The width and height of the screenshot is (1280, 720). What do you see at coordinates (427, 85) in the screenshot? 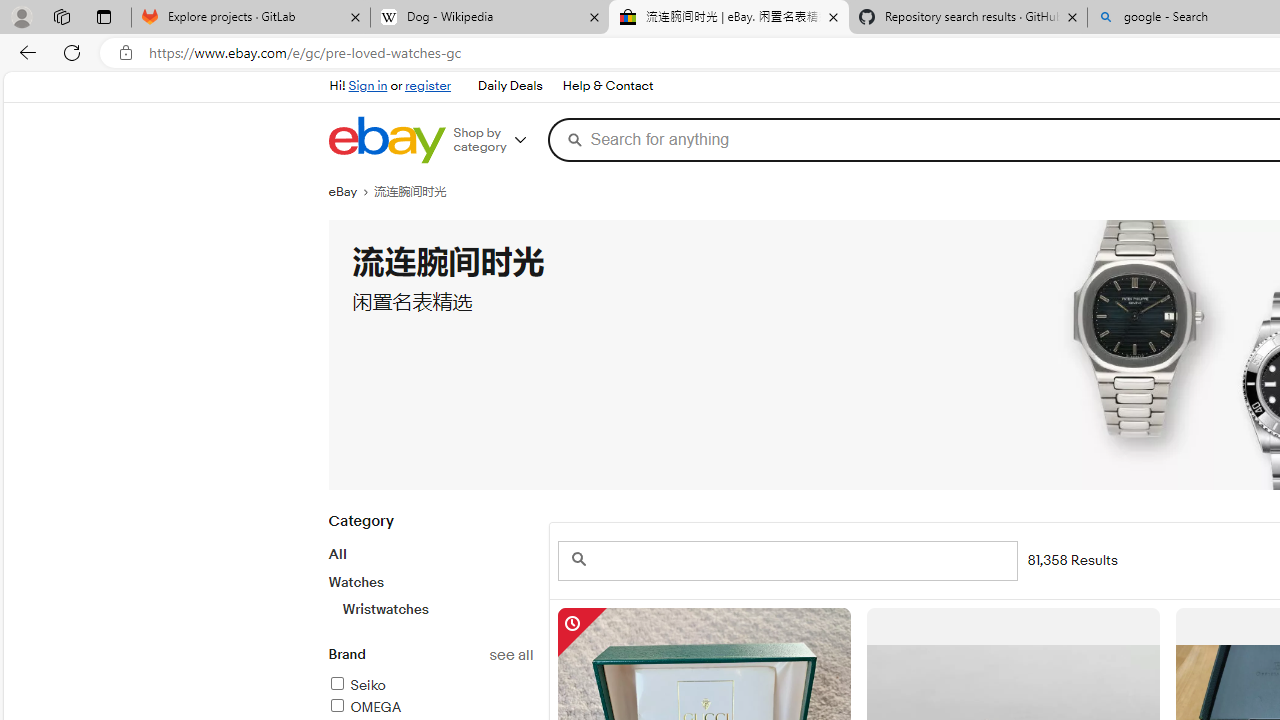
I see `'register'` at bounding box center [427, 85].